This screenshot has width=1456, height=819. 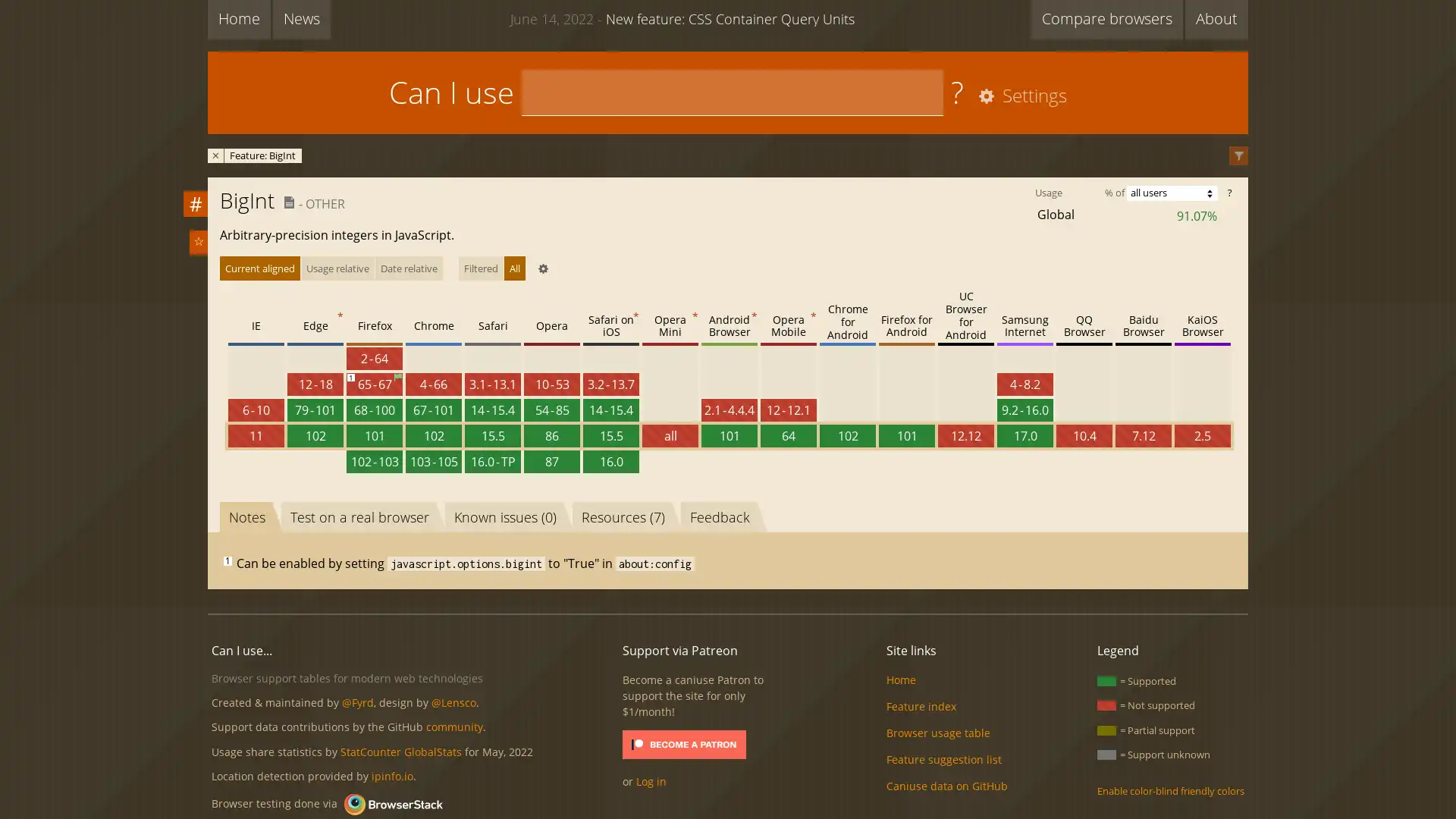 What do you see at coordinates (1019, 96) in the screenshot?
I see `Settings` at bounding box center [1019, 96].